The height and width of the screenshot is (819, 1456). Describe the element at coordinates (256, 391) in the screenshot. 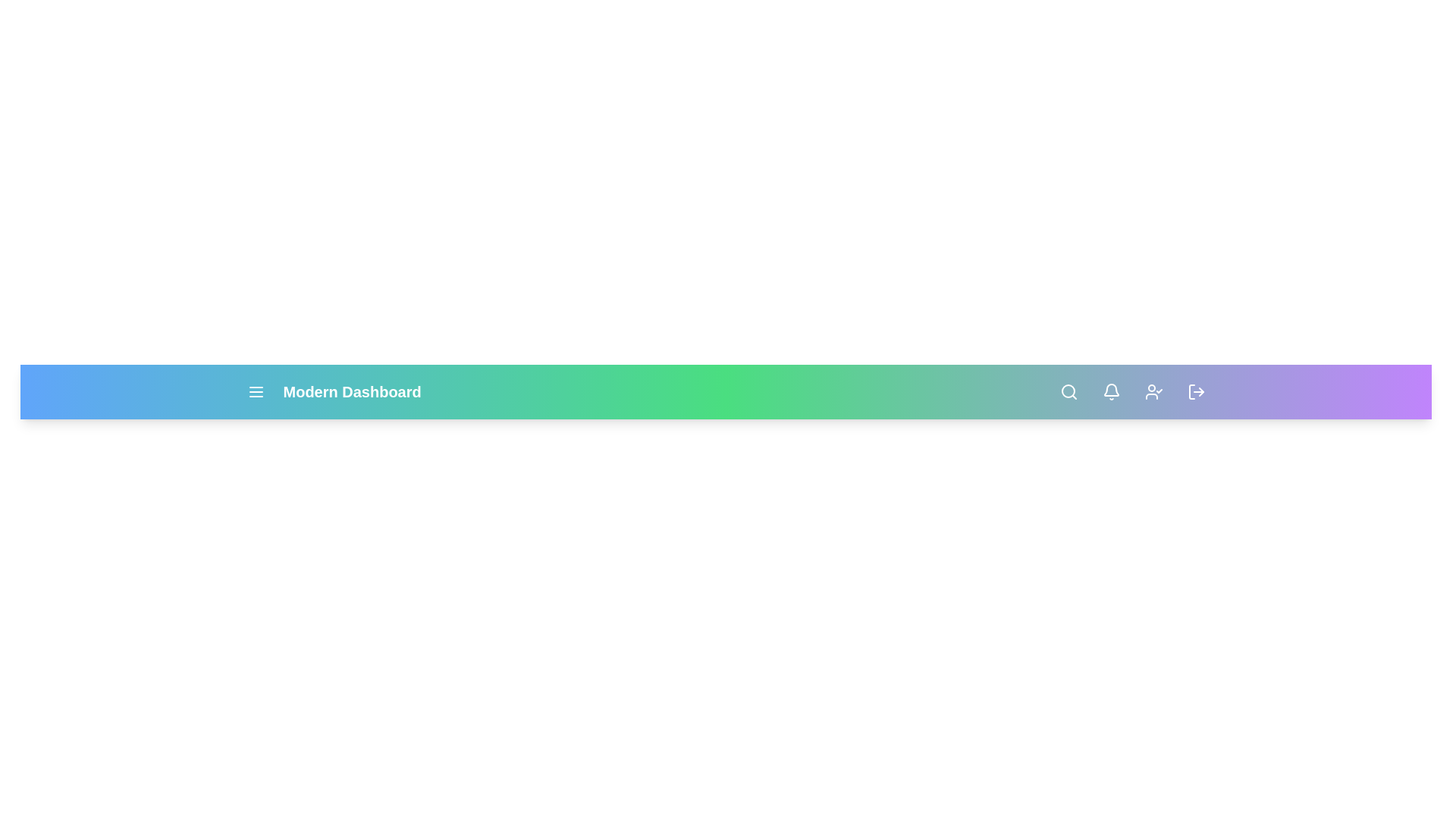

I see `the menu button to open the navigation menu` at that location.